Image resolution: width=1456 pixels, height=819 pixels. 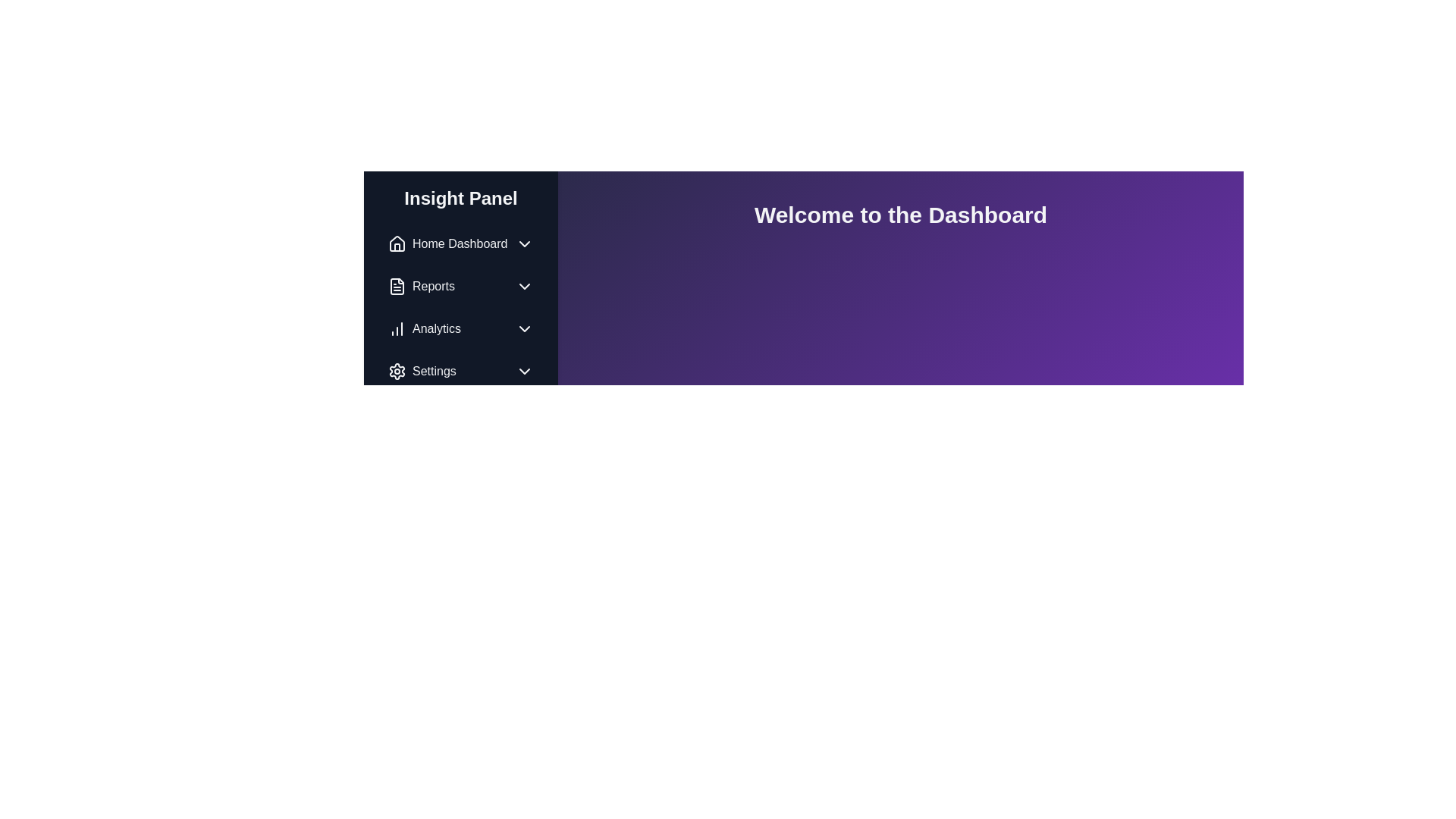 I want to click on the 'Settings' menu item located at the bottom of the sidebar, so click(x=460, y=371).